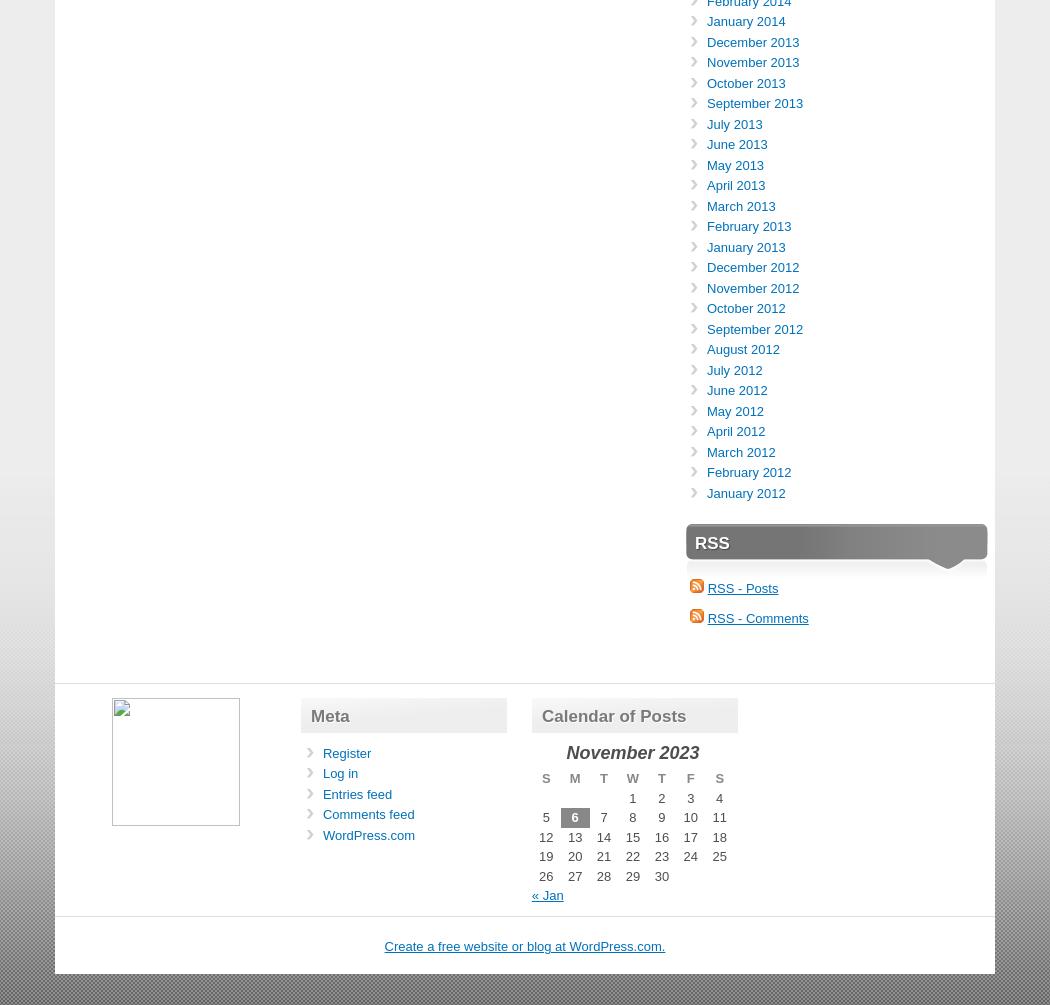 The image size is (1050, 1005). I want to click on 'May 2012', so click(706, 410).